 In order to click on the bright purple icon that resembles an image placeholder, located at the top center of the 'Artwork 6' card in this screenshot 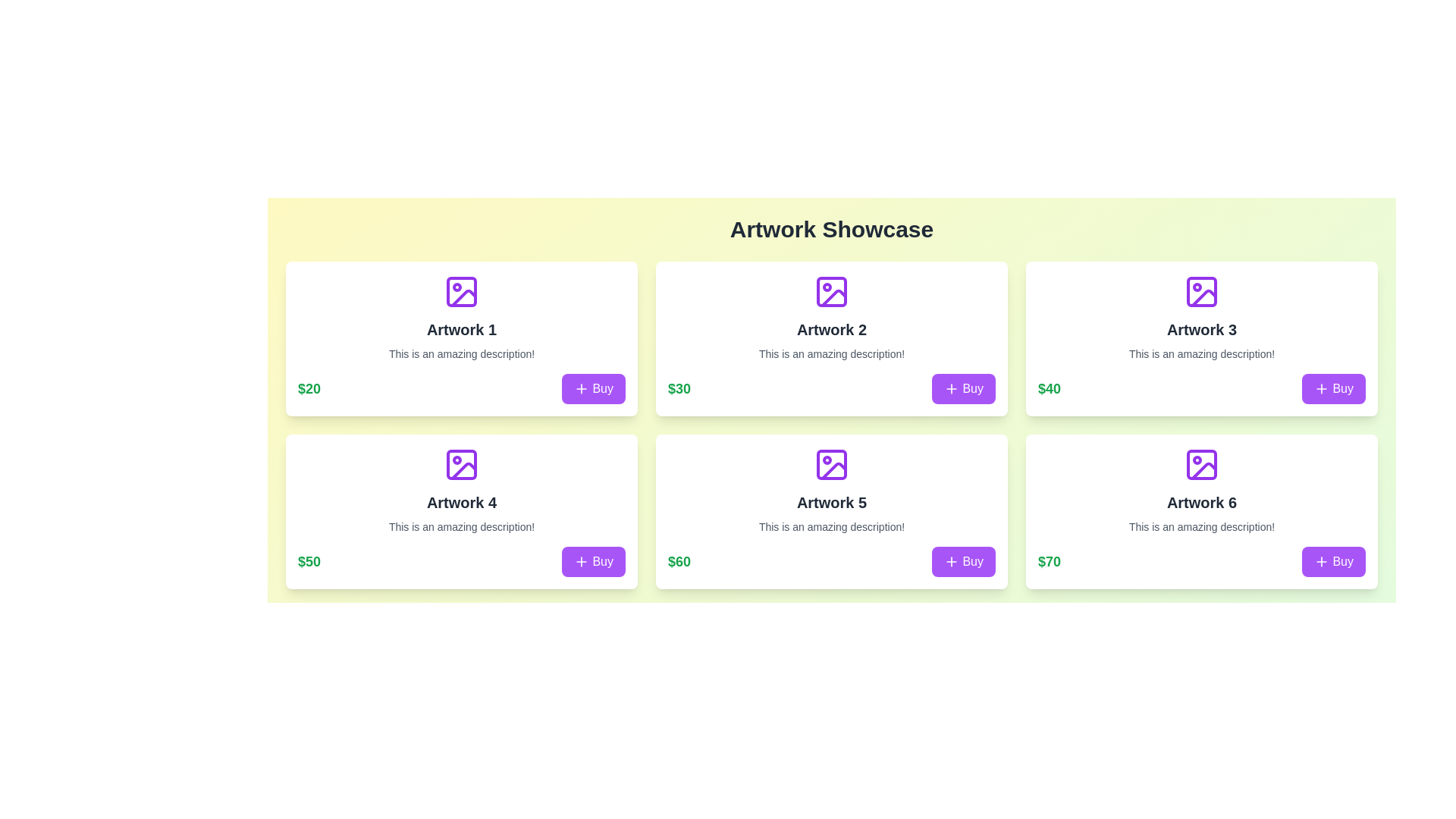, I will do `click(1200, 464)`.